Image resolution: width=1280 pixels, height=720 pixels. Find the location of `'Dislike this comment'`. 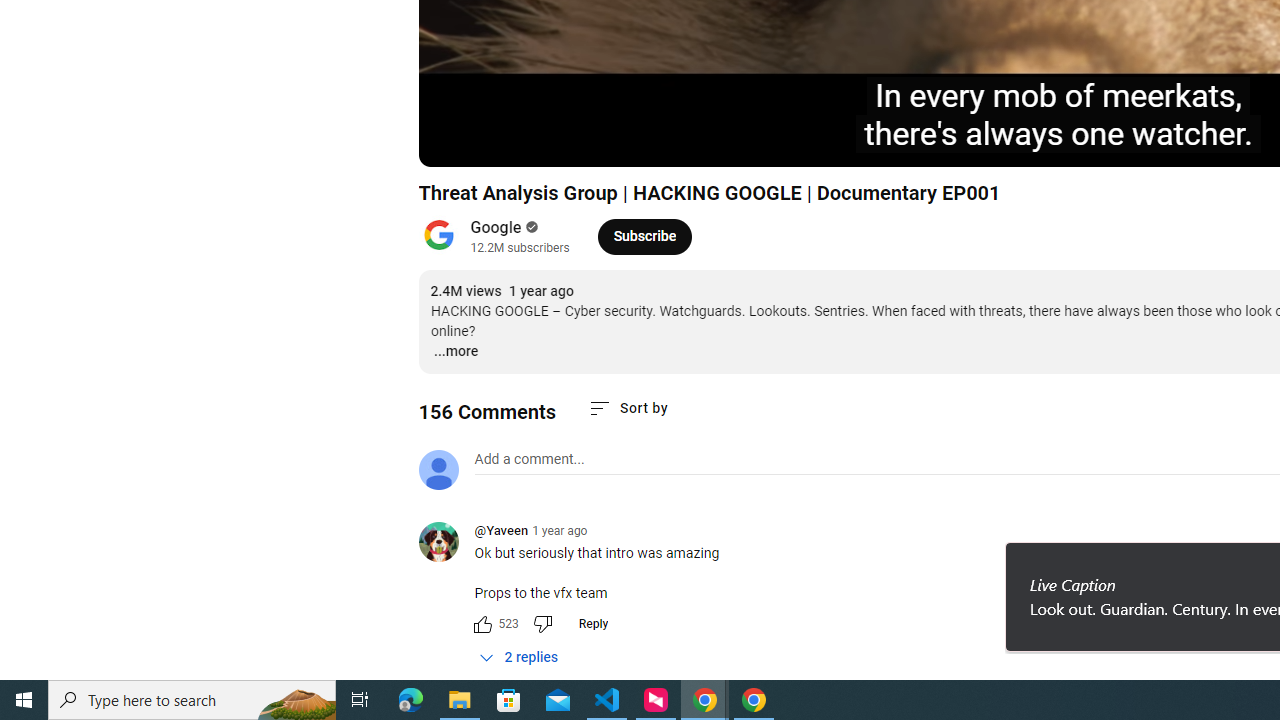

'Dislike this comment' is located at coordinates (542, 622).